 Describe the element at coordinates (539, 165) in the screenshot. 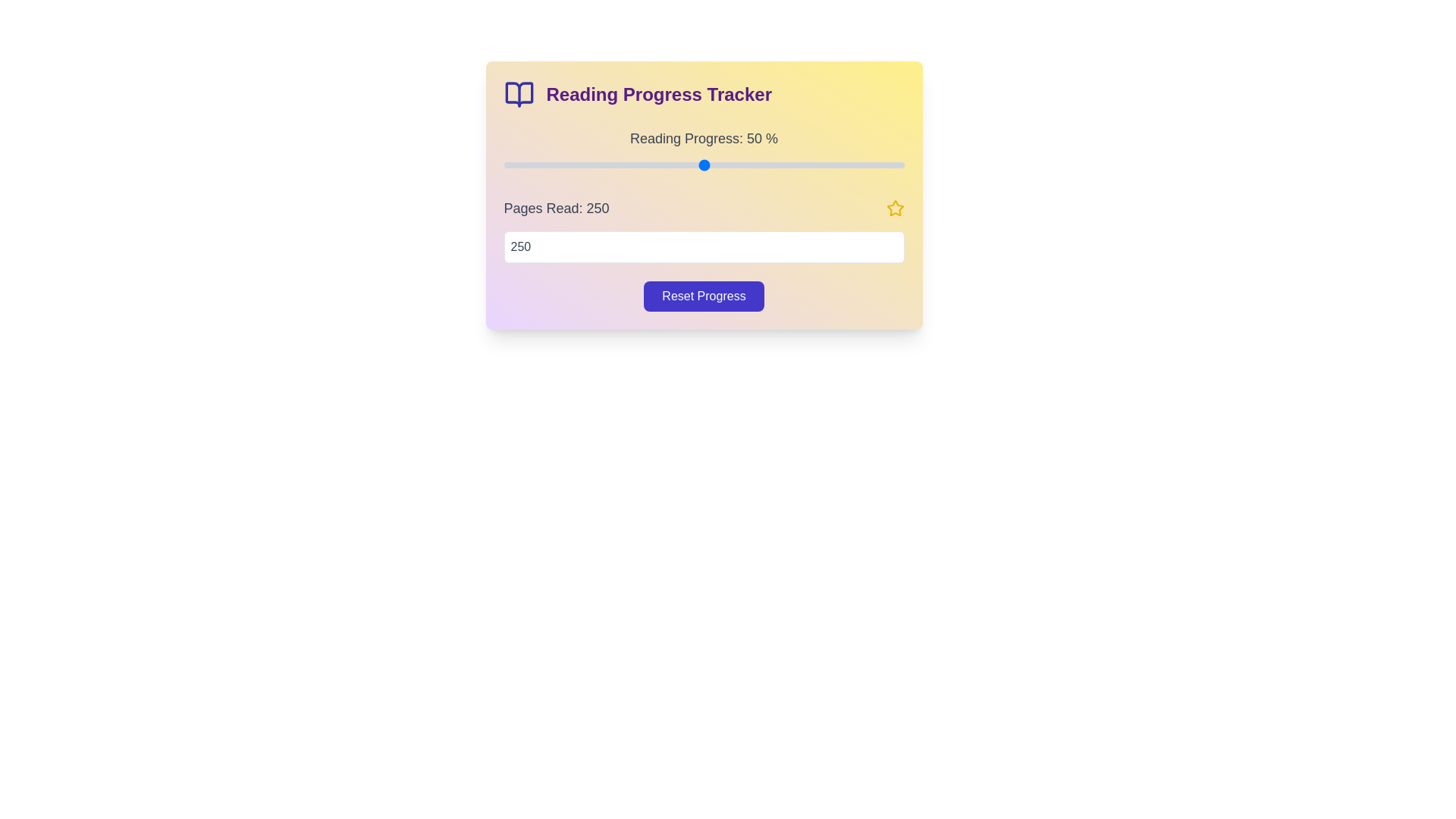

I see `the reading progress to 9% by adjusting the slider` at that location.